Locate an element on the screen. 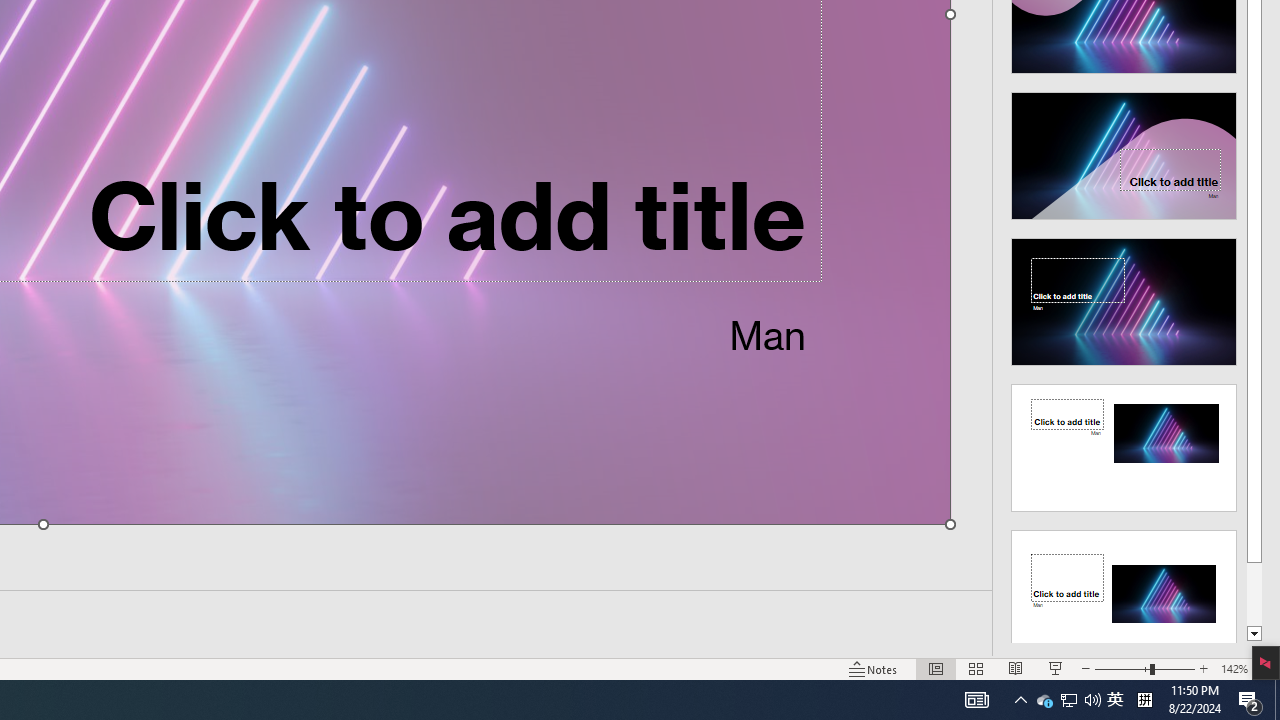 This screenshot has width=1280, height=720. 'Zoom 142%' is located at coordinates (1233, 669).